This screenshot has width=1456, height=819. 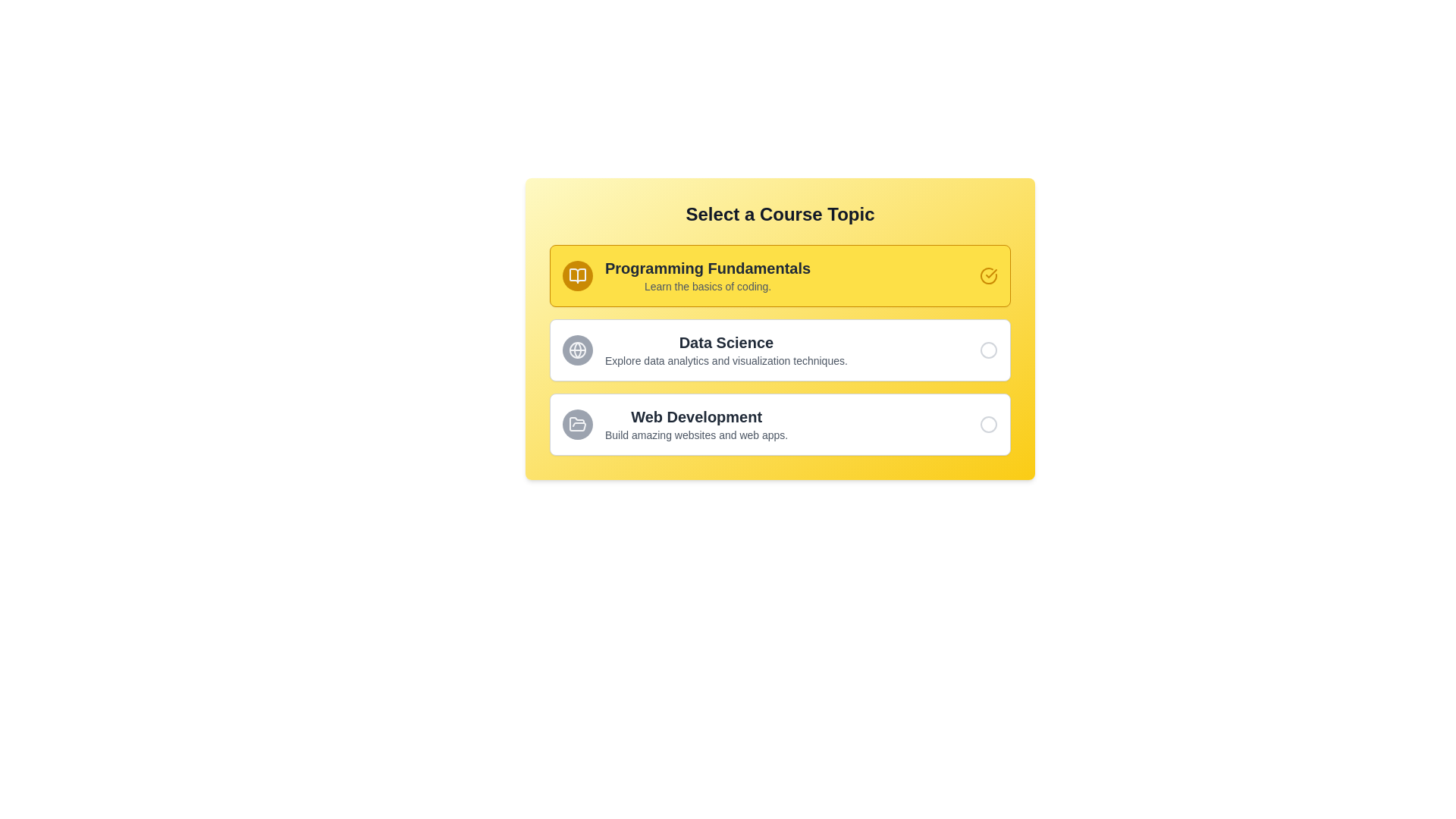 What do you see at coordinates (725, 350) in the screenshot?
I see `details of the Text Block containing 'Data Science' and 'Explore data analytics and visualization techniques.'` at bounding box center [725, 350].